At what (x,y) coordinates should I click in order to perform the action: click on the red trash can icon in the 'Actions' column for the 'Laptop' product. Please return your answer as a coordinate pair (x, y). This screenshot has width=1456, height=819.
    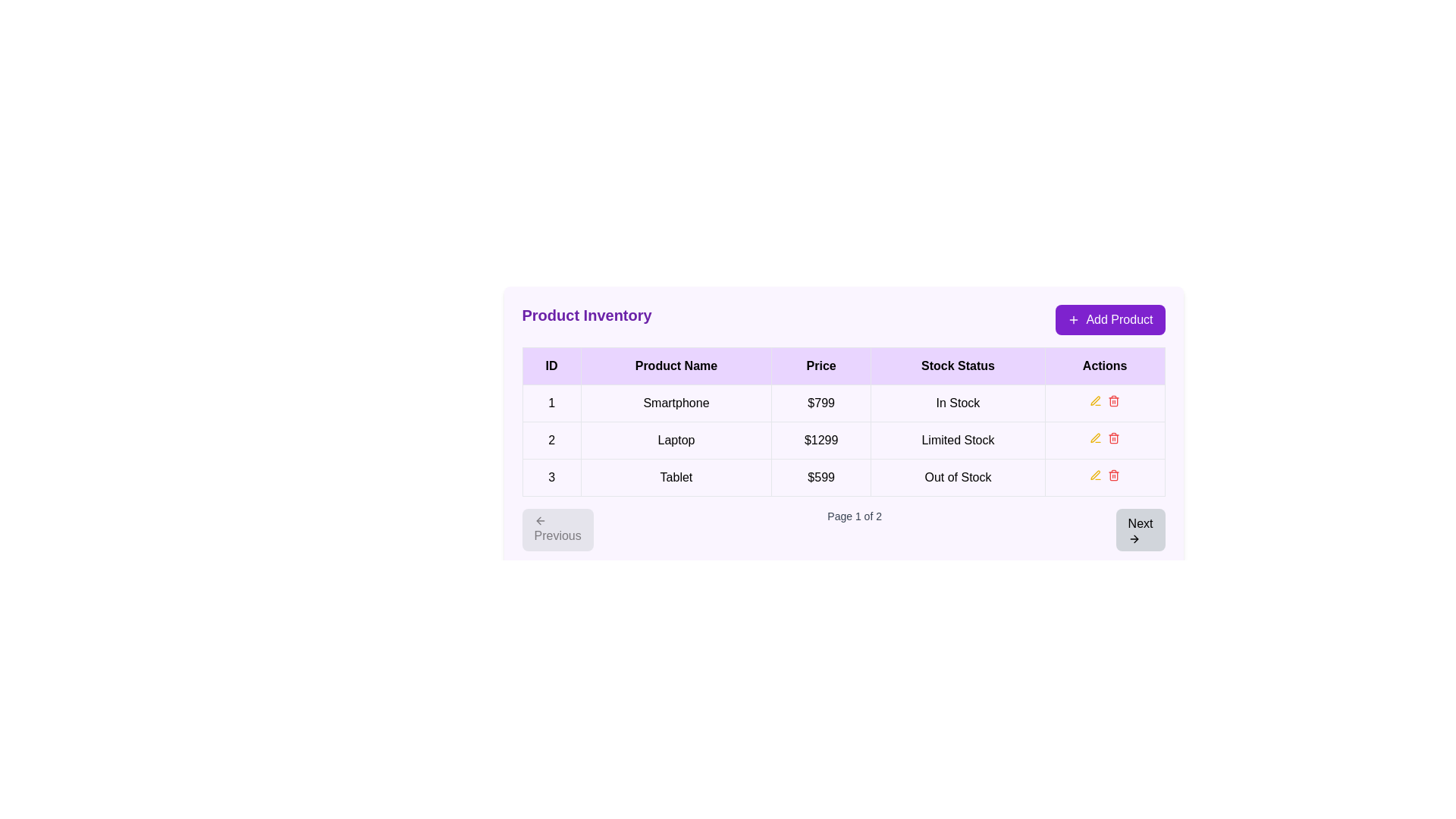
    Looking at the image, I should click on (1114, 438).